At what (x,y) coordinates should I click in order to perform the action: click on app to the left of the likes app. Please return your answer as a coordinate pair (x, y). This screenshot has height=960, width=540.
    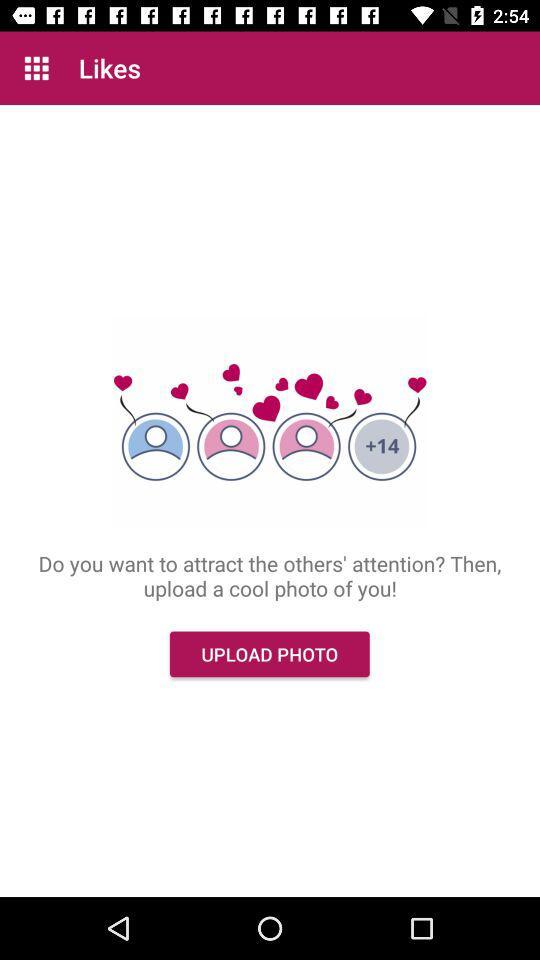
    Looking at the image, I should click on (36, 68).